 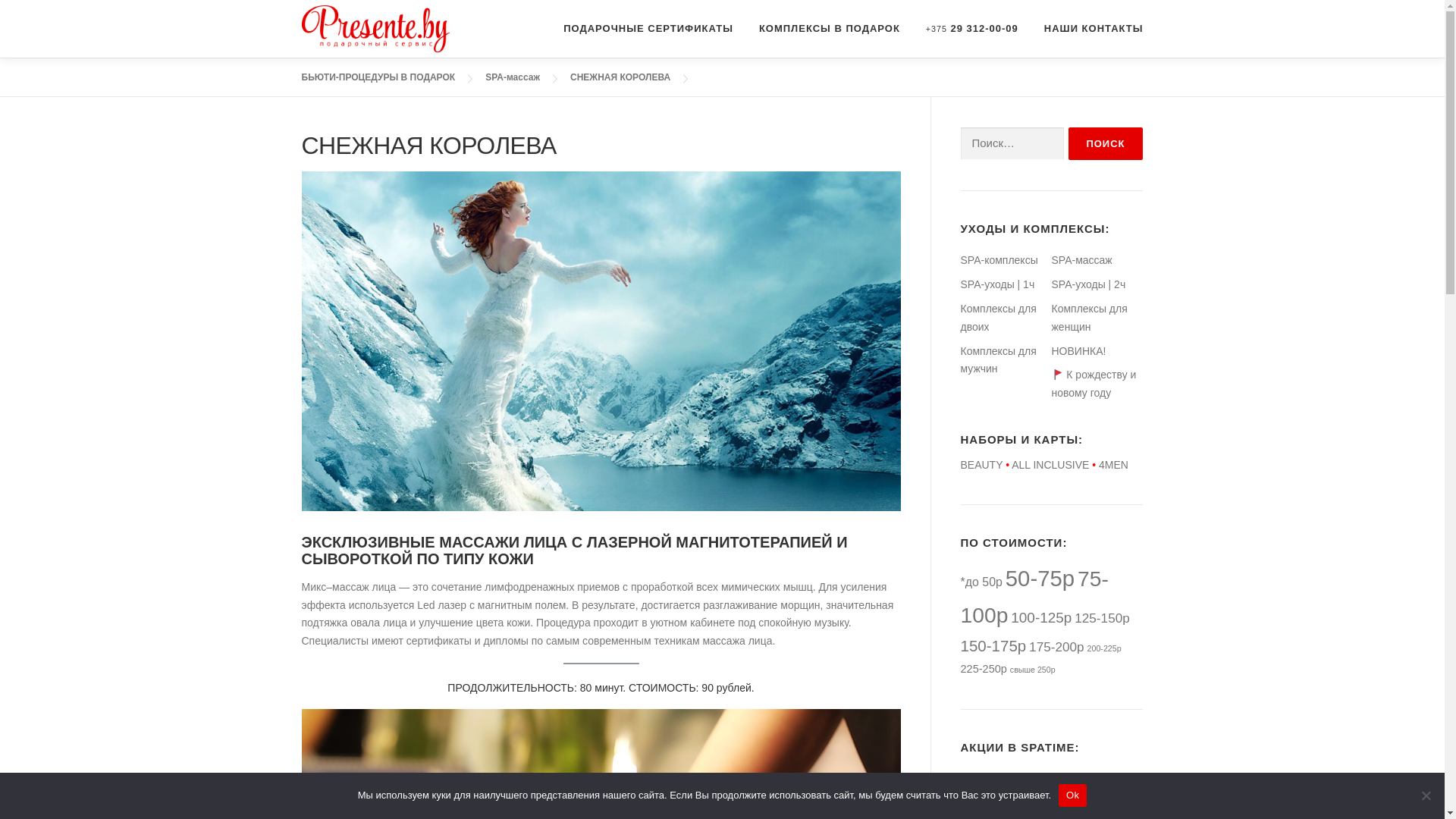 What do you see at coordinates (959, 464) in the screenshot?
I see `'BEAUTY'` at bounding box center [959, 464].